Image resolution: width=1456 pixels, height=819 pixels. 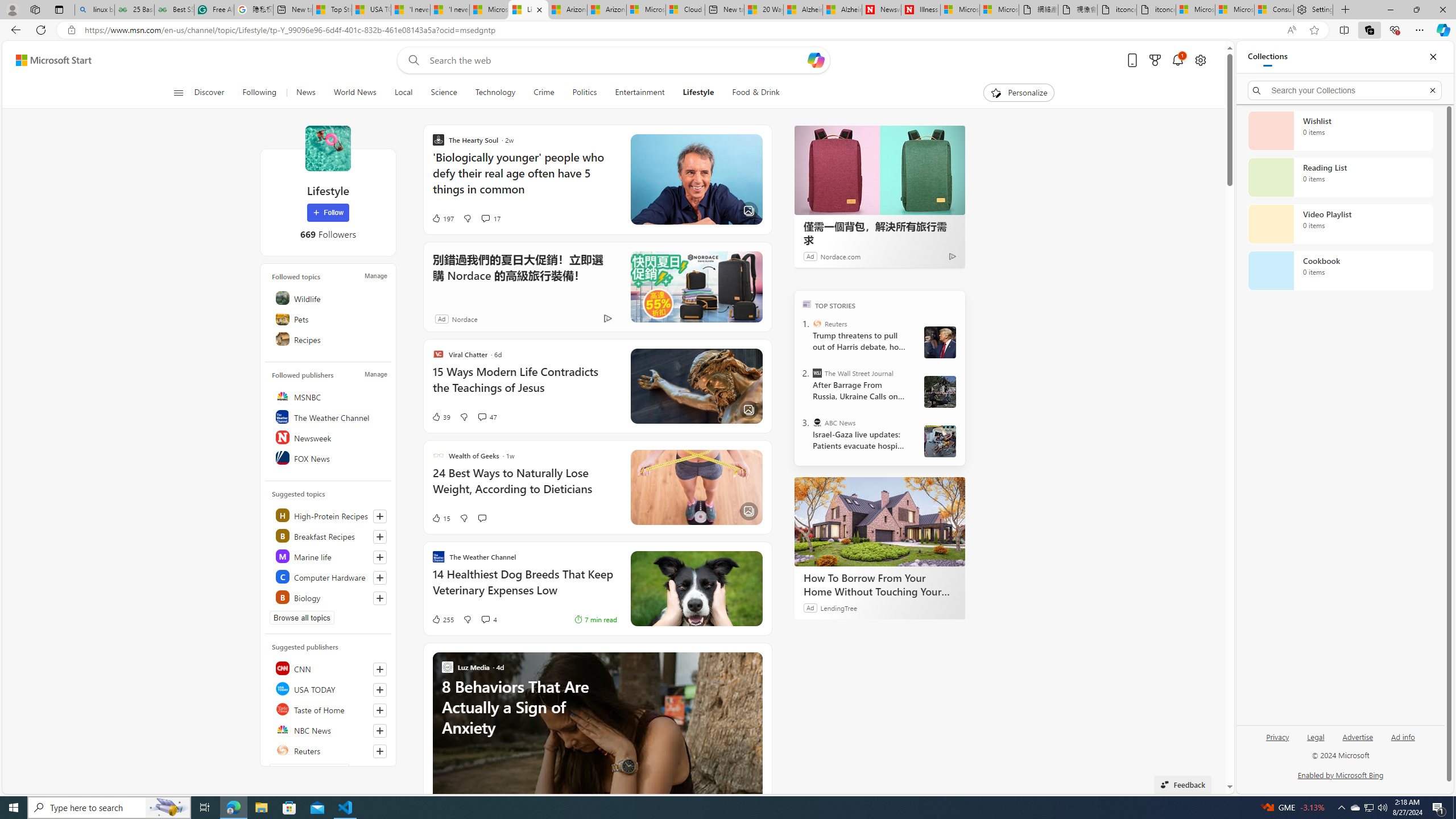 I want to click on 'Notifications', so click(x=1177, y=60).